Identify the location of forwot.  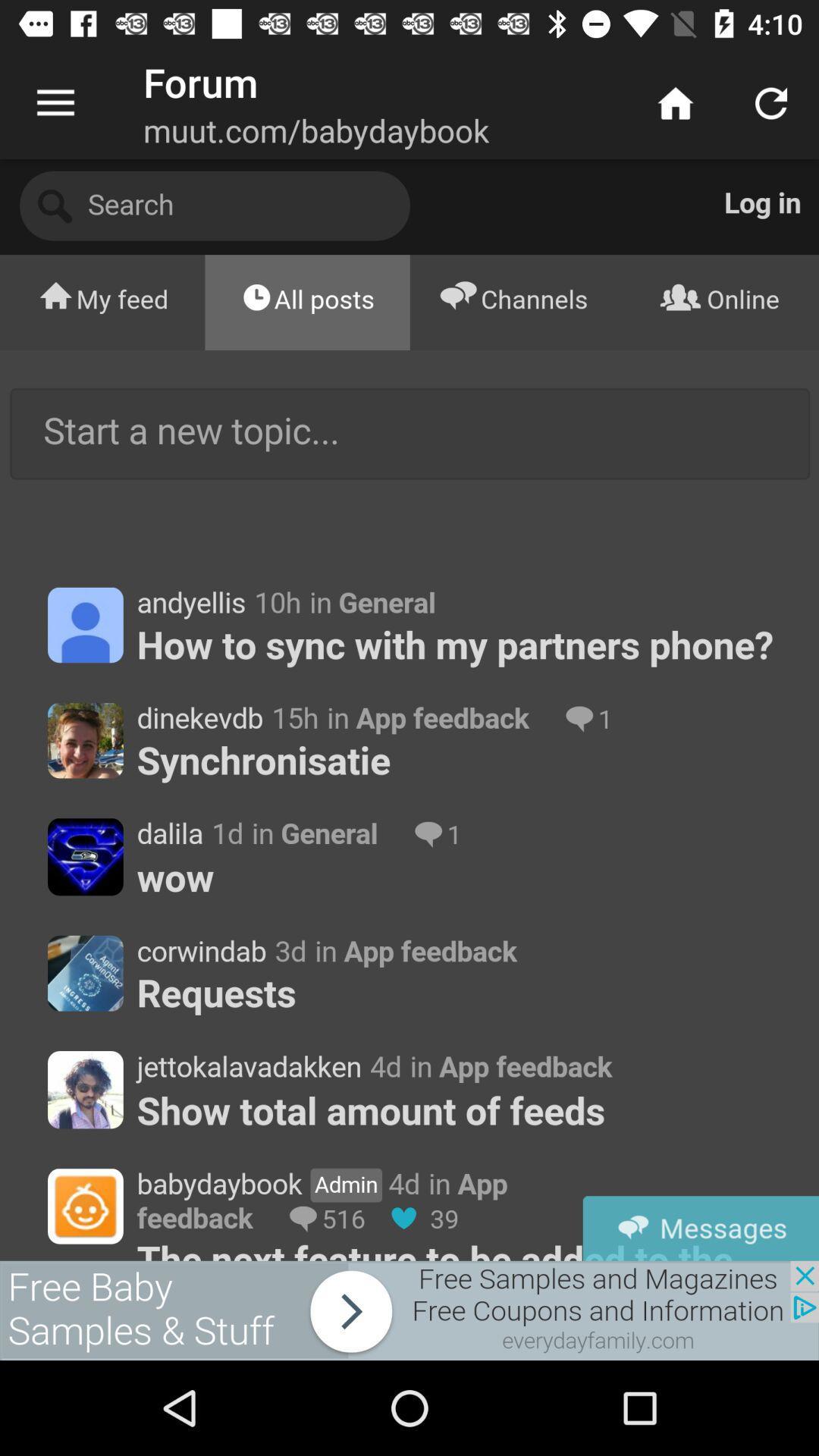
(409, 1310).